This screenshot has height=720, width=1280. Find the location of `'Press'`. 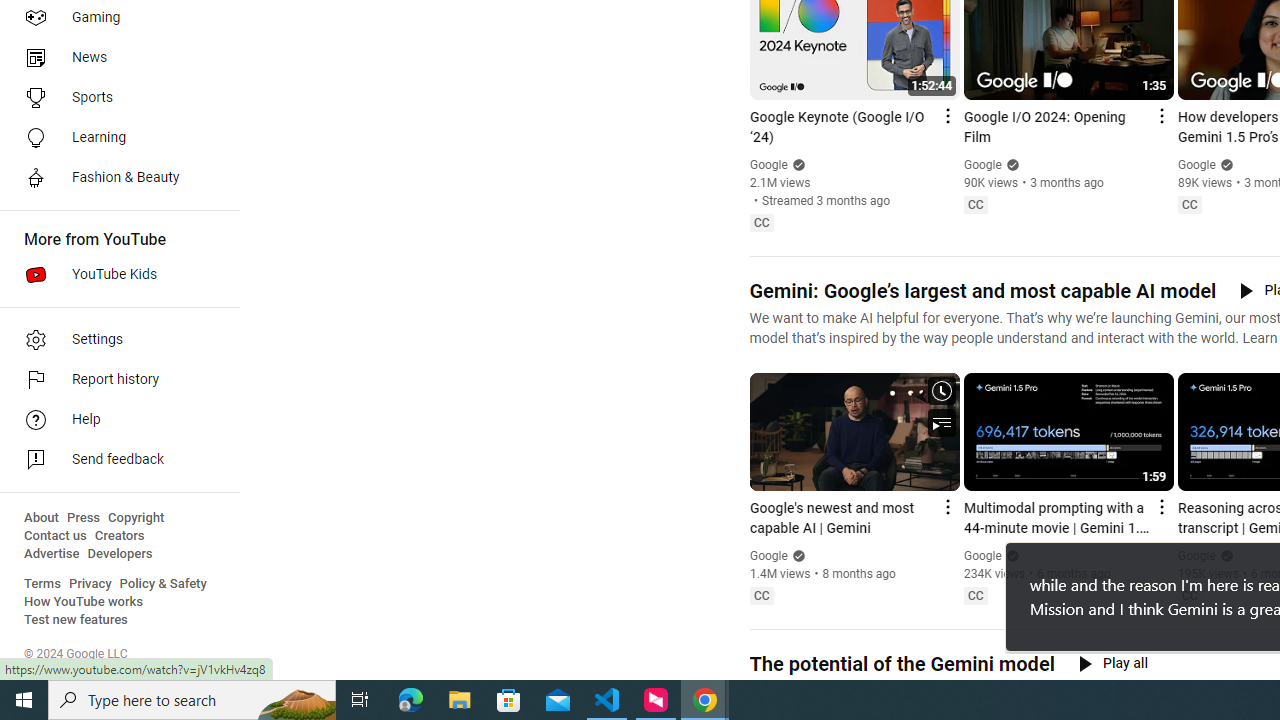

'Press' is located at coordinates (82, 517).